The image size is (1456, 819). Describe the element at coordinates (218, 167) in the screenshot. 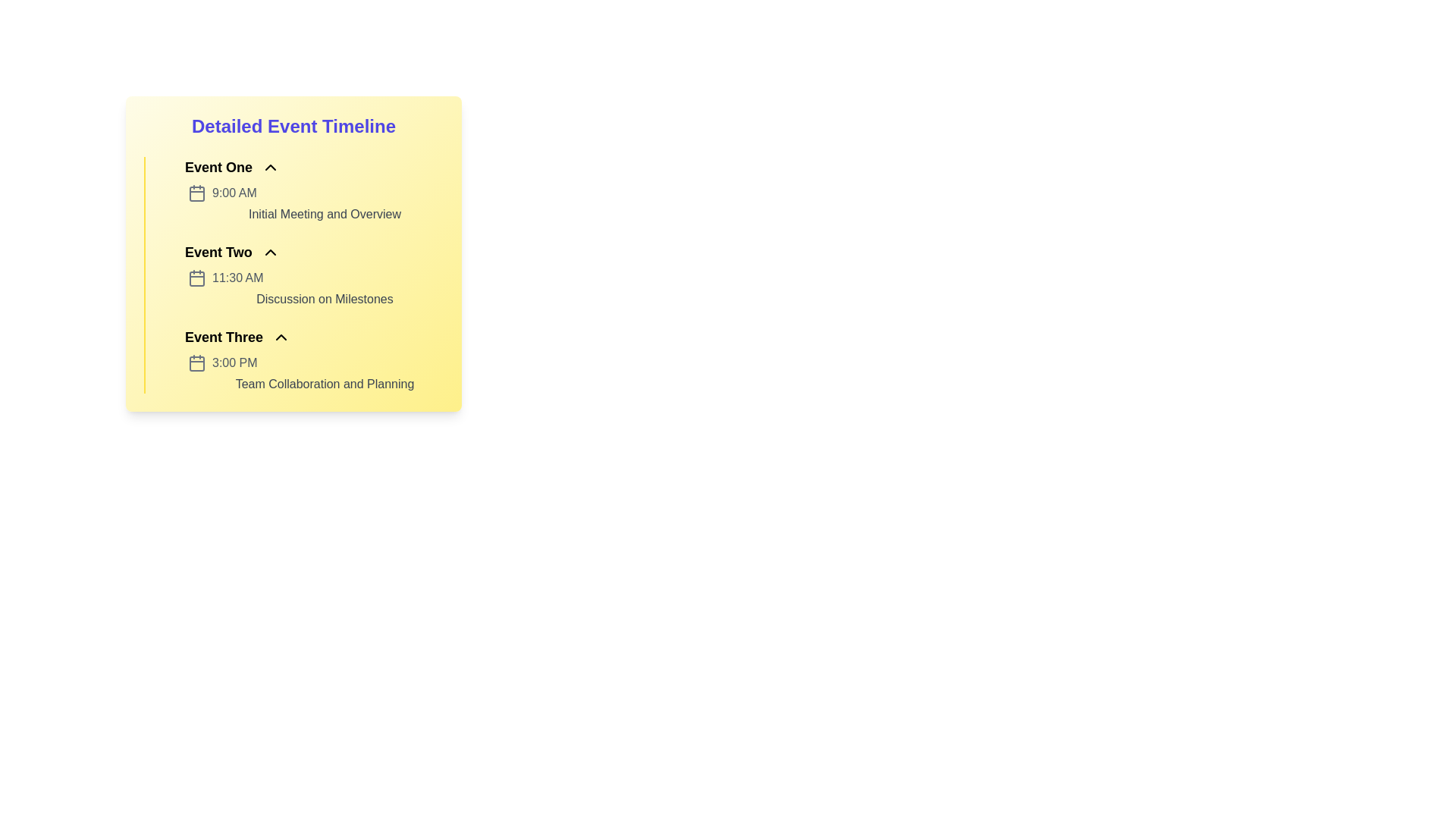

I see `text content of the label displaying 'Event One', which is a bold text on a light yellow background located below the heading 'Detailed Event Timeline'` at that location.